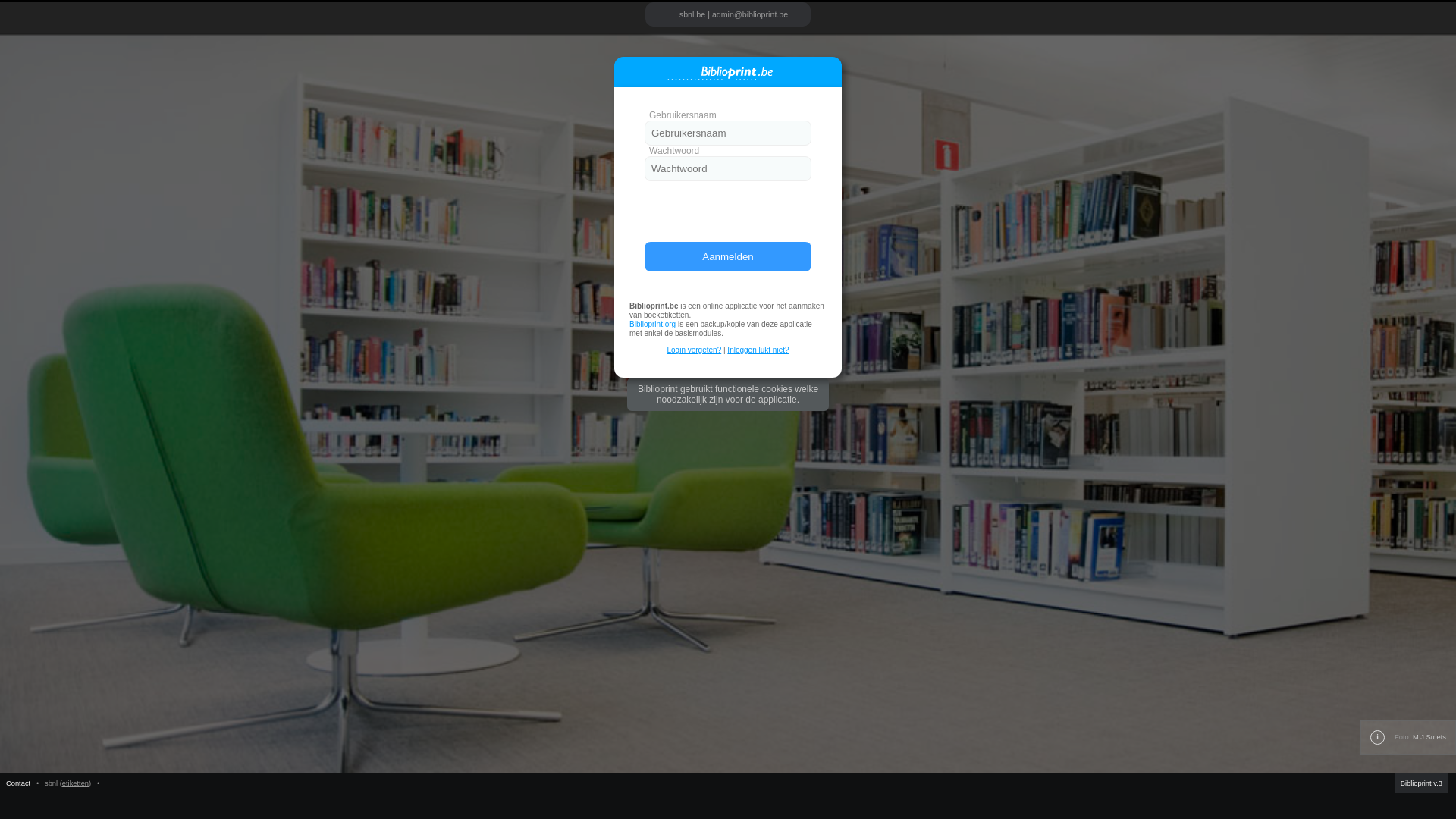 The width and height of the screenshot is (1456, 819). I want to click on 'M.J.Smets', so click(1429, 736).